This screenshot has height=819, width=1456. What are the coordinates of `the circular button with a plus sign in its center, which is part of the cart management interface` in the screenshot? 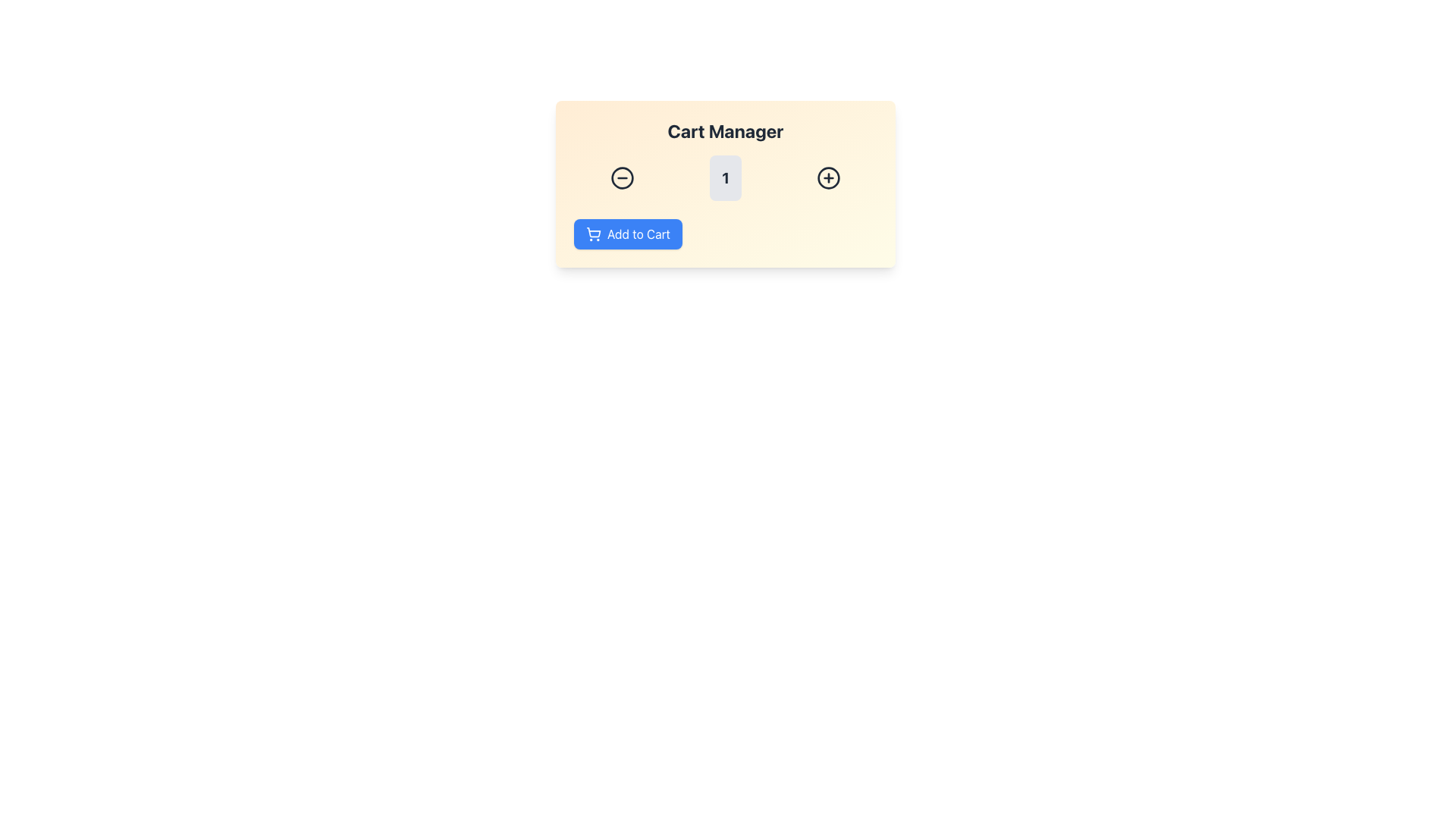 It's located at (828, 177).